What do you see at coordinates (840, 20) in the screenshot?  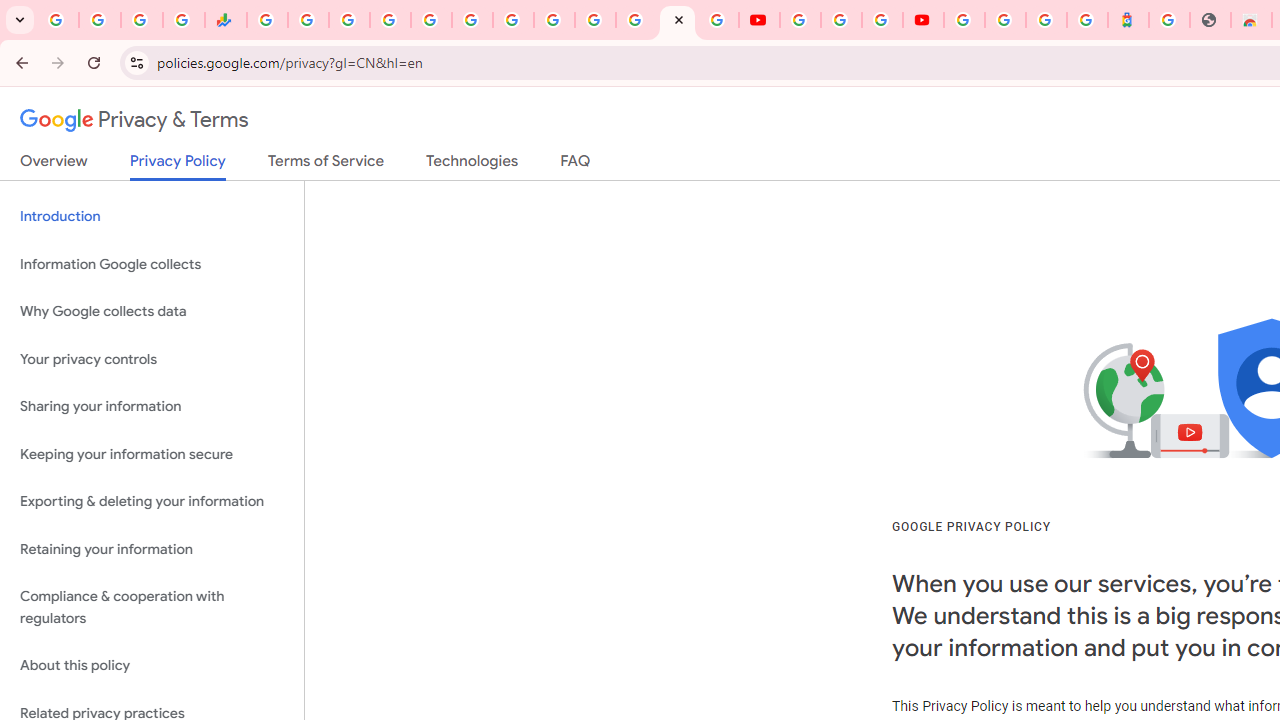 I see `'Google Account Help'` at bounding box center [840, 20].